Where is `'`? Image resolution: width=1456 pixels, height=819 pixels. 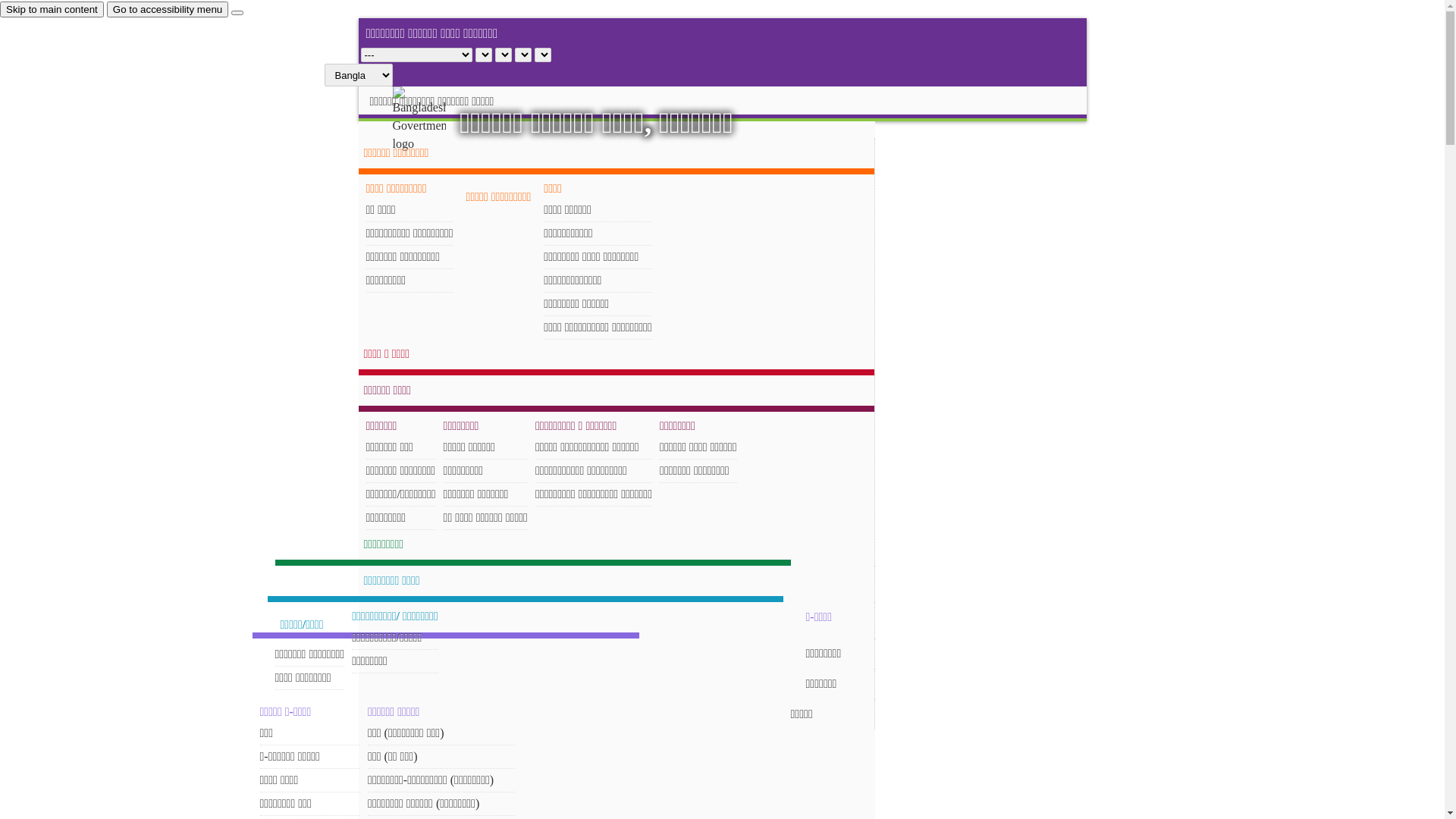 ' is located at coordinates (431, 119).